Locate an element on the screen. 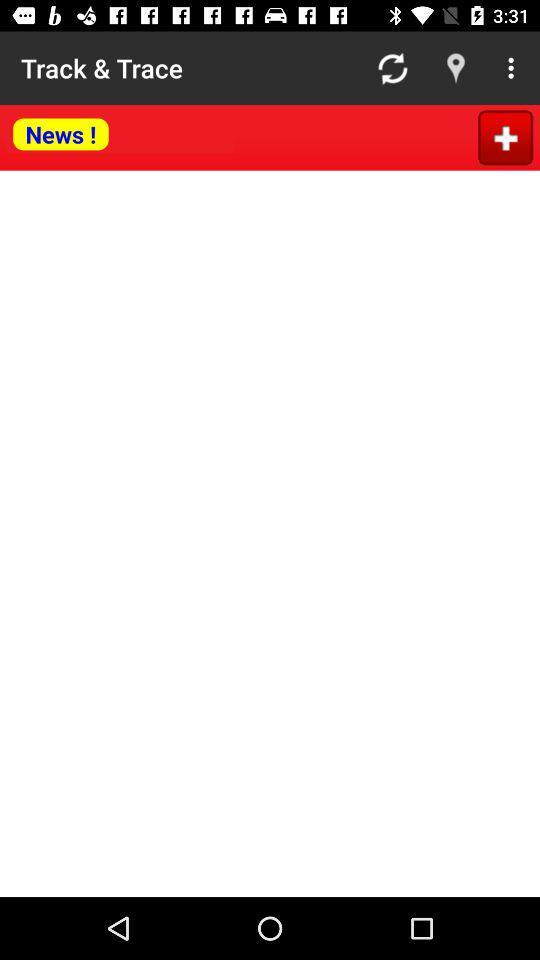 The image size is (540, 960). the add icon is located at coordinates (504, 136).